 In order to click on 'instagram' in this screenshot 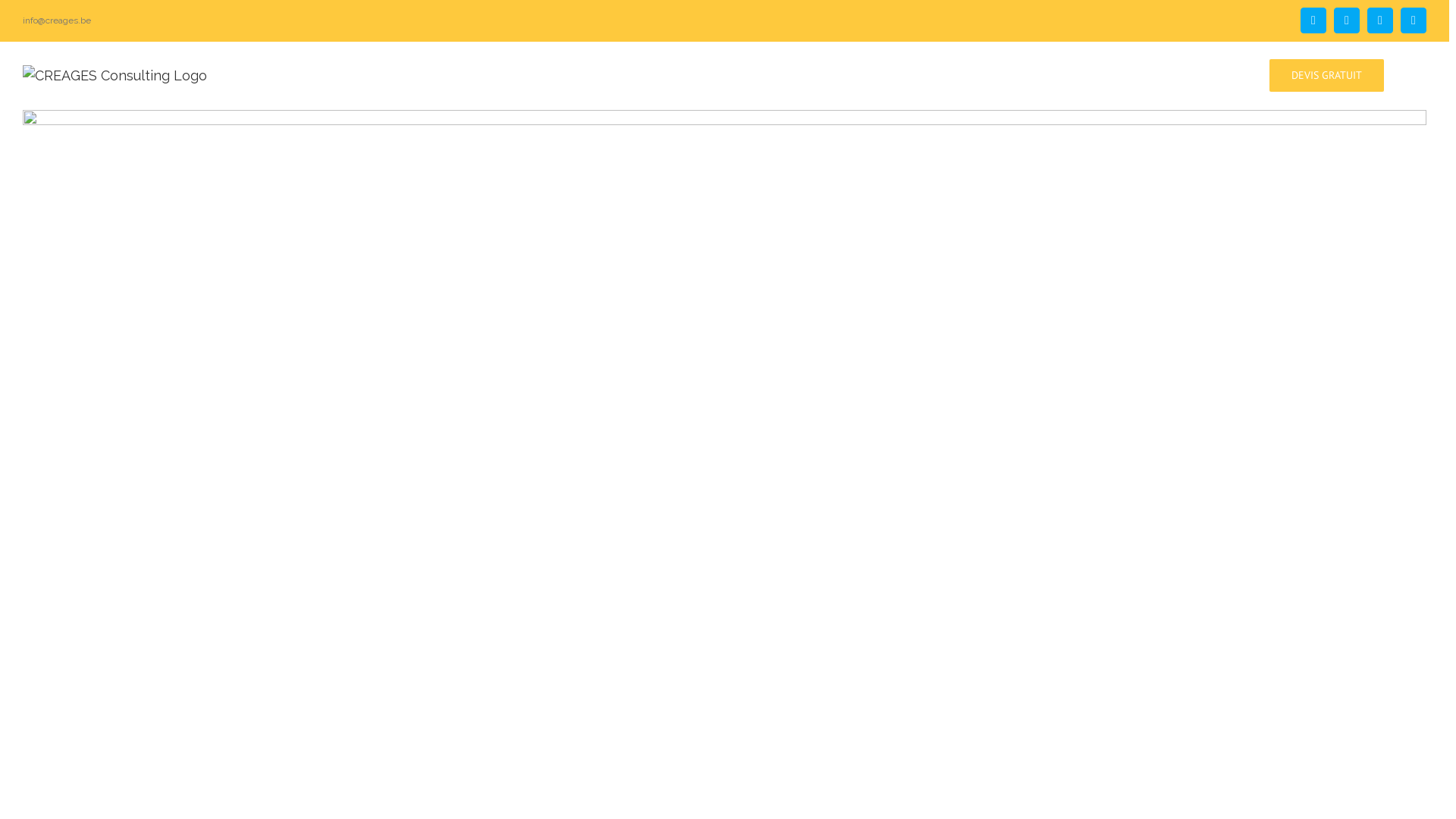, I will do `click(1367, 20)`.